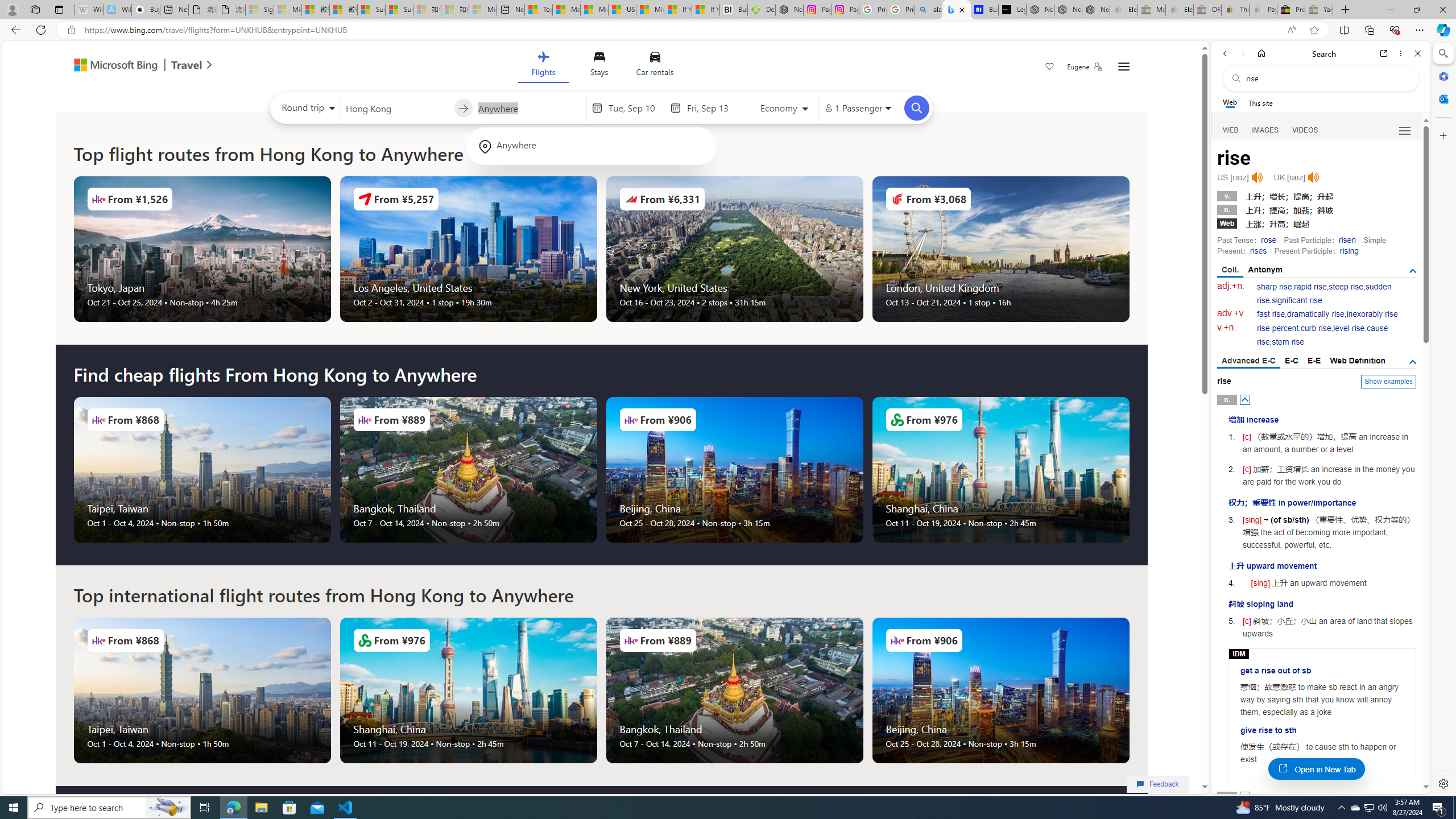 The image size is (1456, 819). Describe the element at coordinates (1270, 313) in the screenshot. I see `'fast rise'` at that location.